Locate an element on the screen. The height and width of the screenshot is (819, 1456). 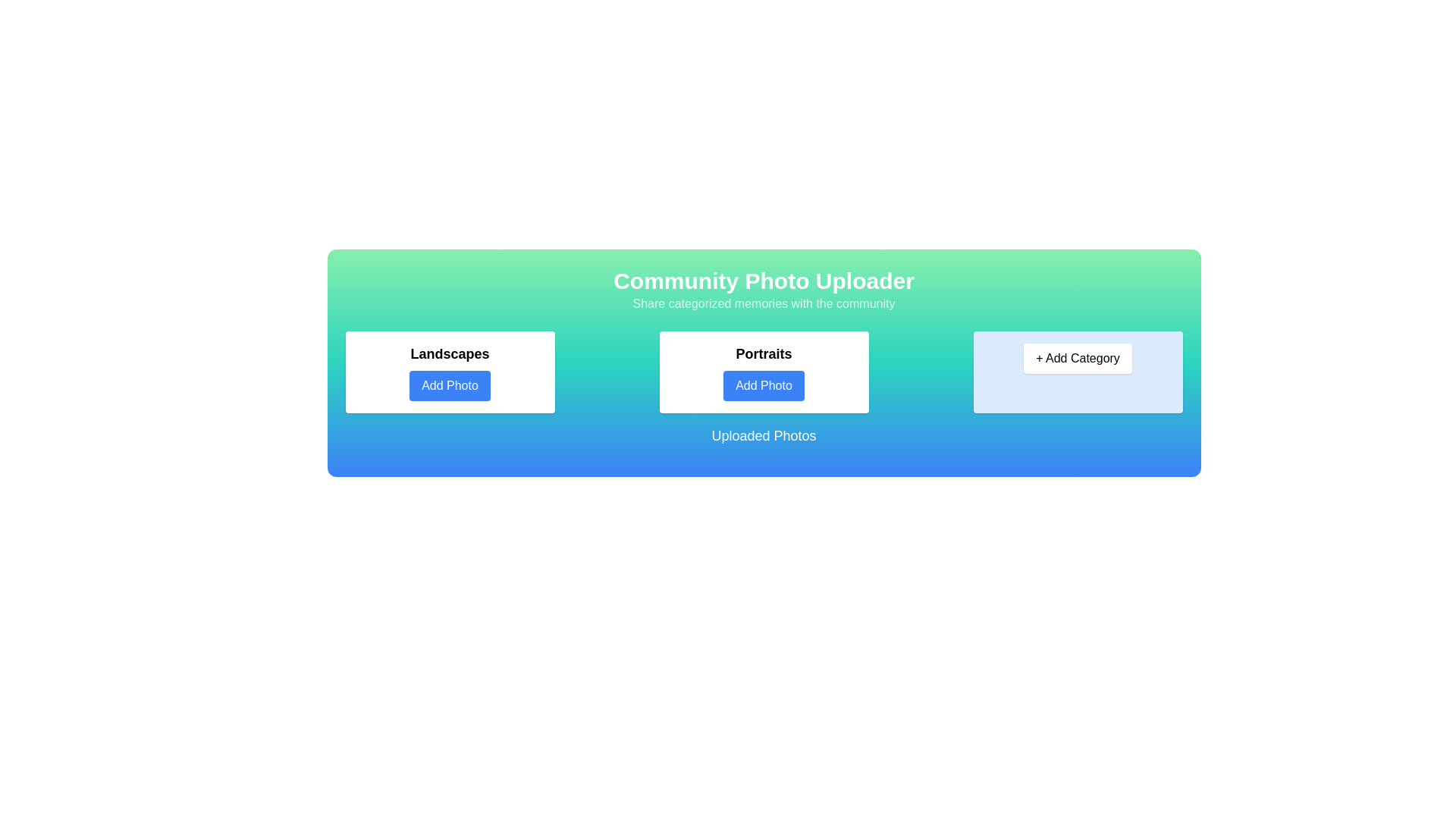
the text label that serves as the title for the section displaying uploaded photos, located centrally below the categories 'Landscapes,' 'Portraits,' and '+ Add Category.' is located at coordinates (764, 441).